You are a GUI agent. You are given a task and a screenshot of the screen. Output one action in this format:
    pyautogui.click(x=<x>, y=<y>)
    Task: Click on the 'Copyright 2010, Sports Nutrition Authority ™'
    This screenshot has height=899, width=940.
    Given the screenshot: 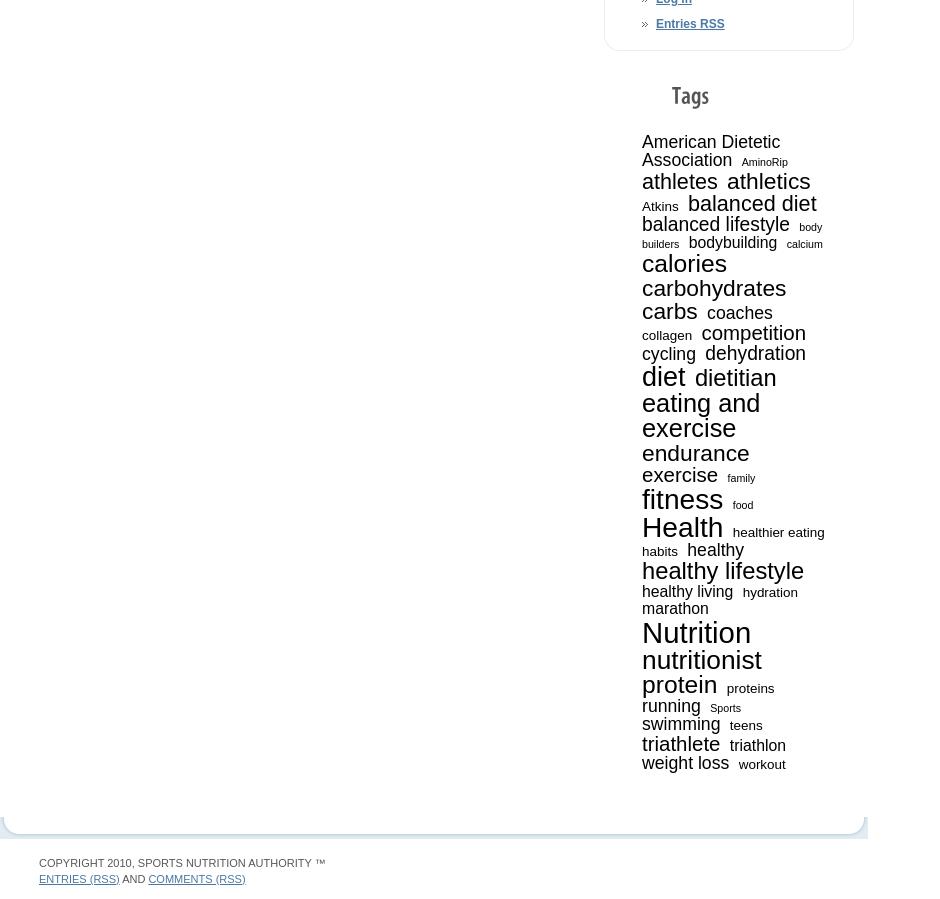 What is the action you would take?
    pyautogui.click(x=39, y=861)
    